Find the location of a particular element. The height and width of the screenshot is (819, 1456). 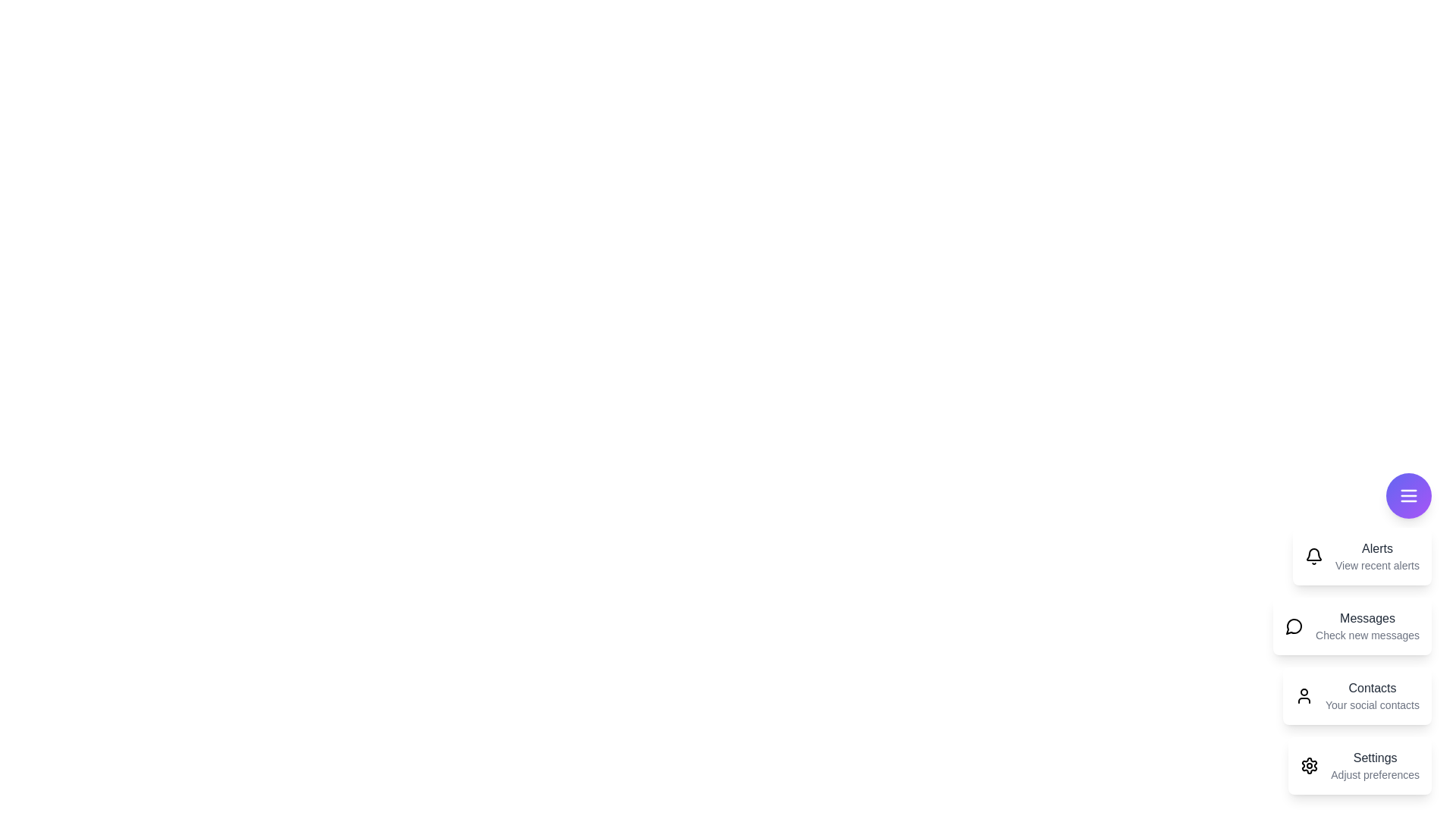

the 'Settings' card to interact with it is located at coordinates (1375, 766).